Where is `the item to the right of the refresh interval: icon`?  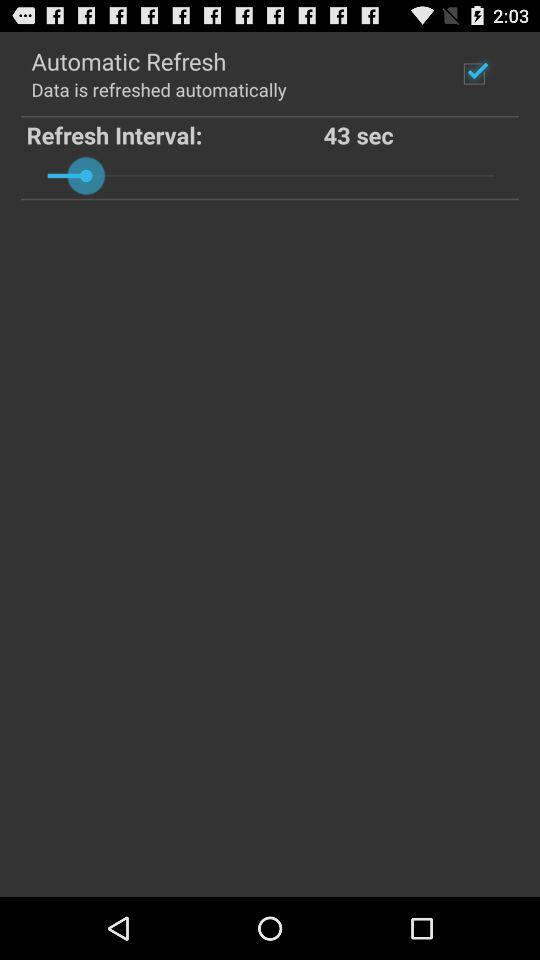 the item to the right of the refresh interval: icon is located at coordinates (418, 133).